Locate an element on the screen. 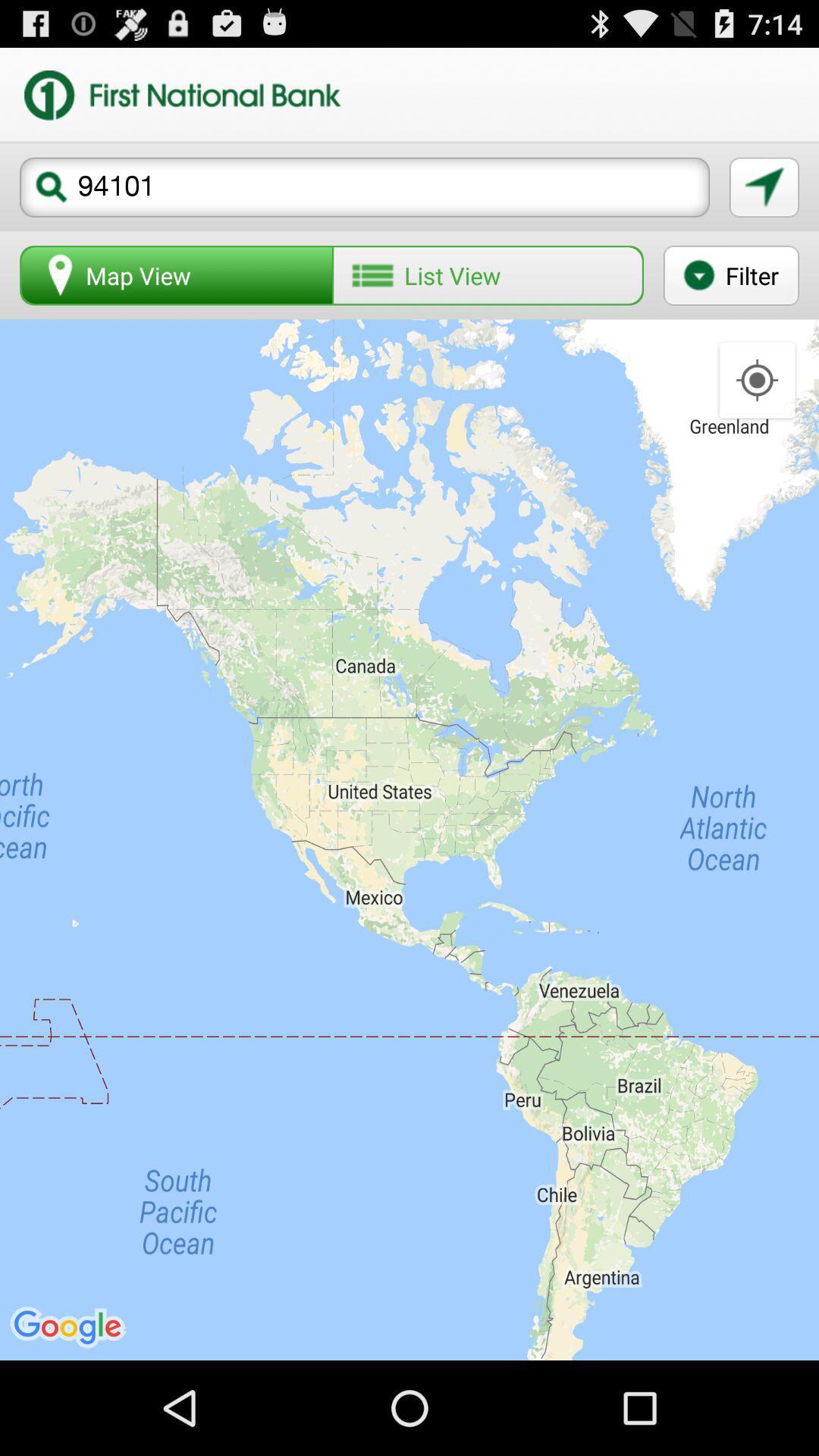 The width and height of the screenshot is (819, 1456). the location_crosshair icon is located at coordinates (757, 408).